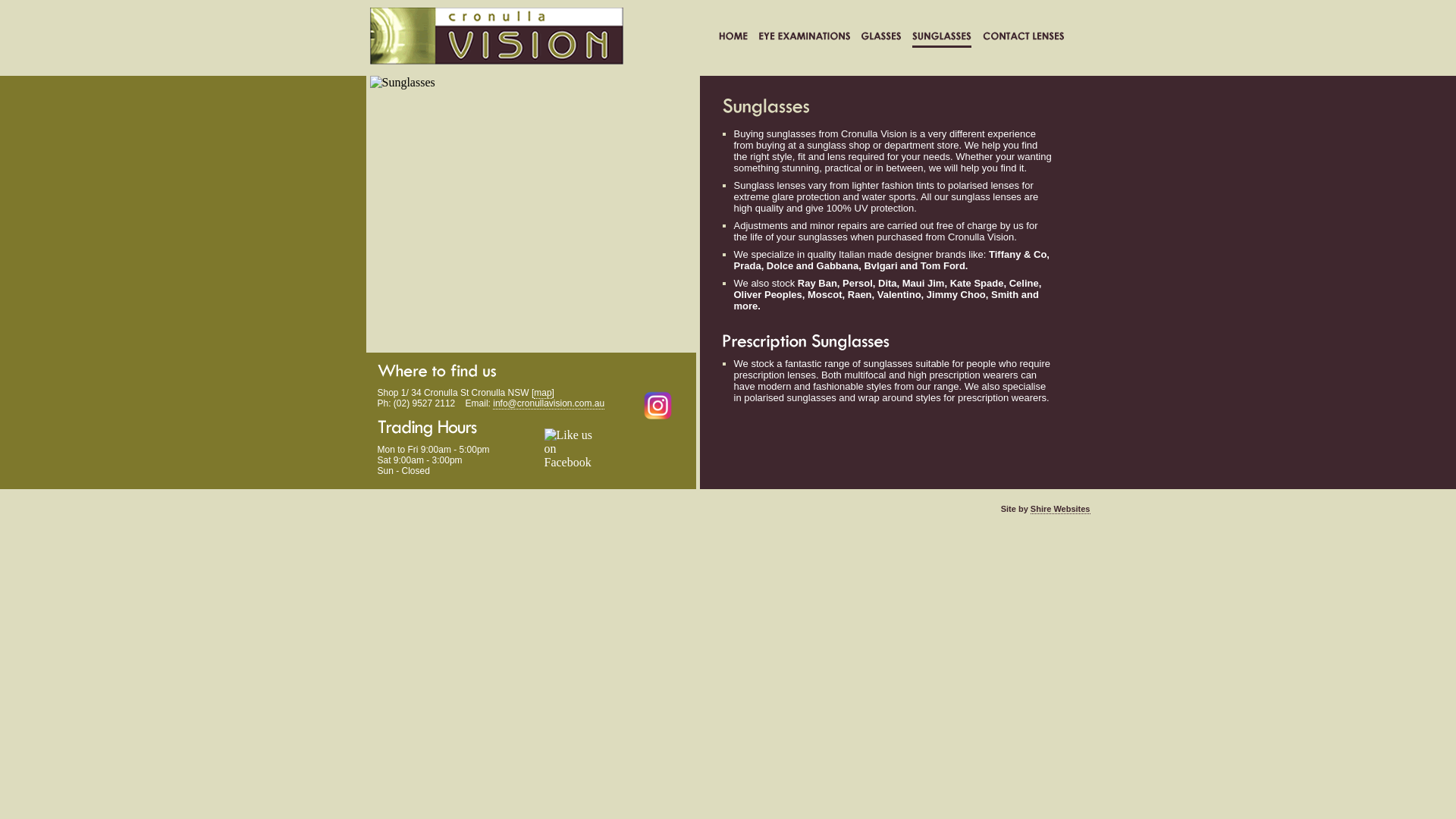 This screenshot has width=1456, height=819. I want to click on 'map', so click(534, 392).